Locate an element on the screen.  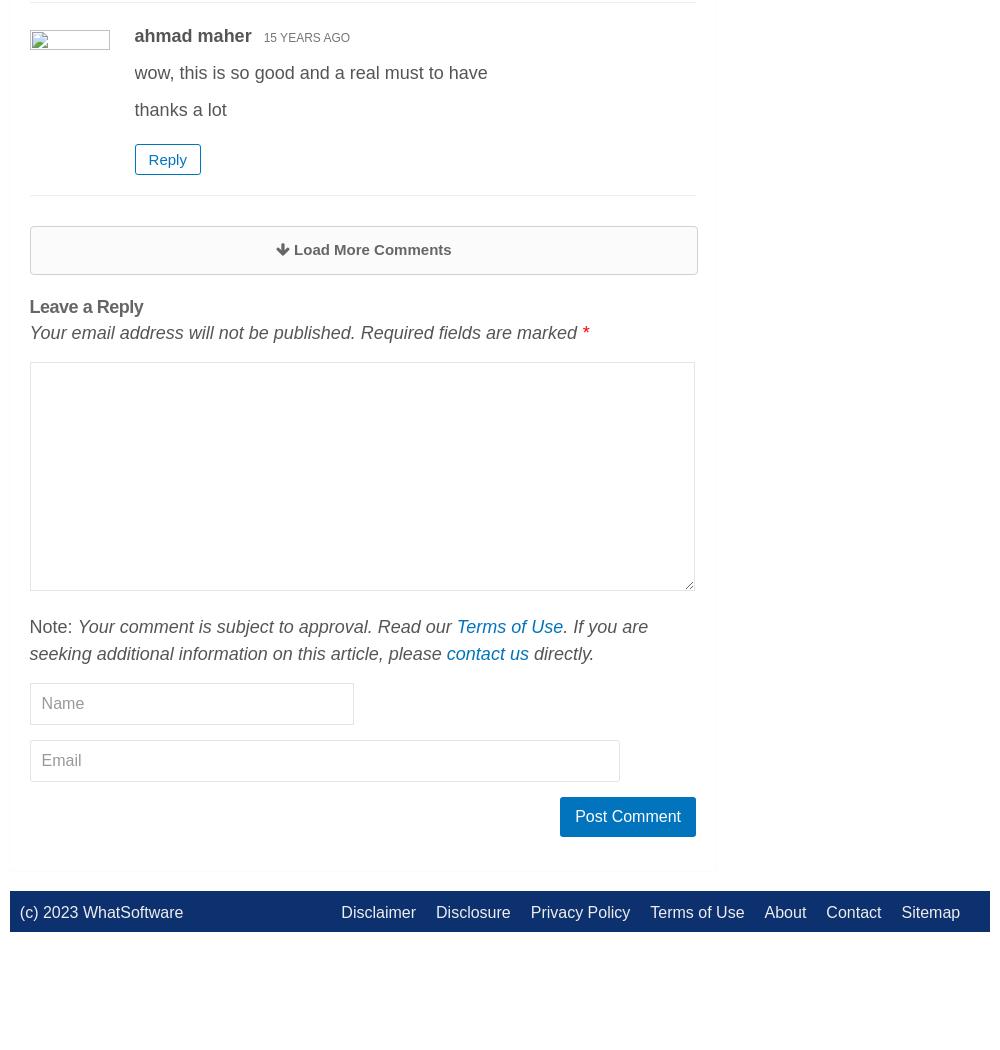
'. If you are seeking additional information on this article, please' is located at coordinates (337, 638).